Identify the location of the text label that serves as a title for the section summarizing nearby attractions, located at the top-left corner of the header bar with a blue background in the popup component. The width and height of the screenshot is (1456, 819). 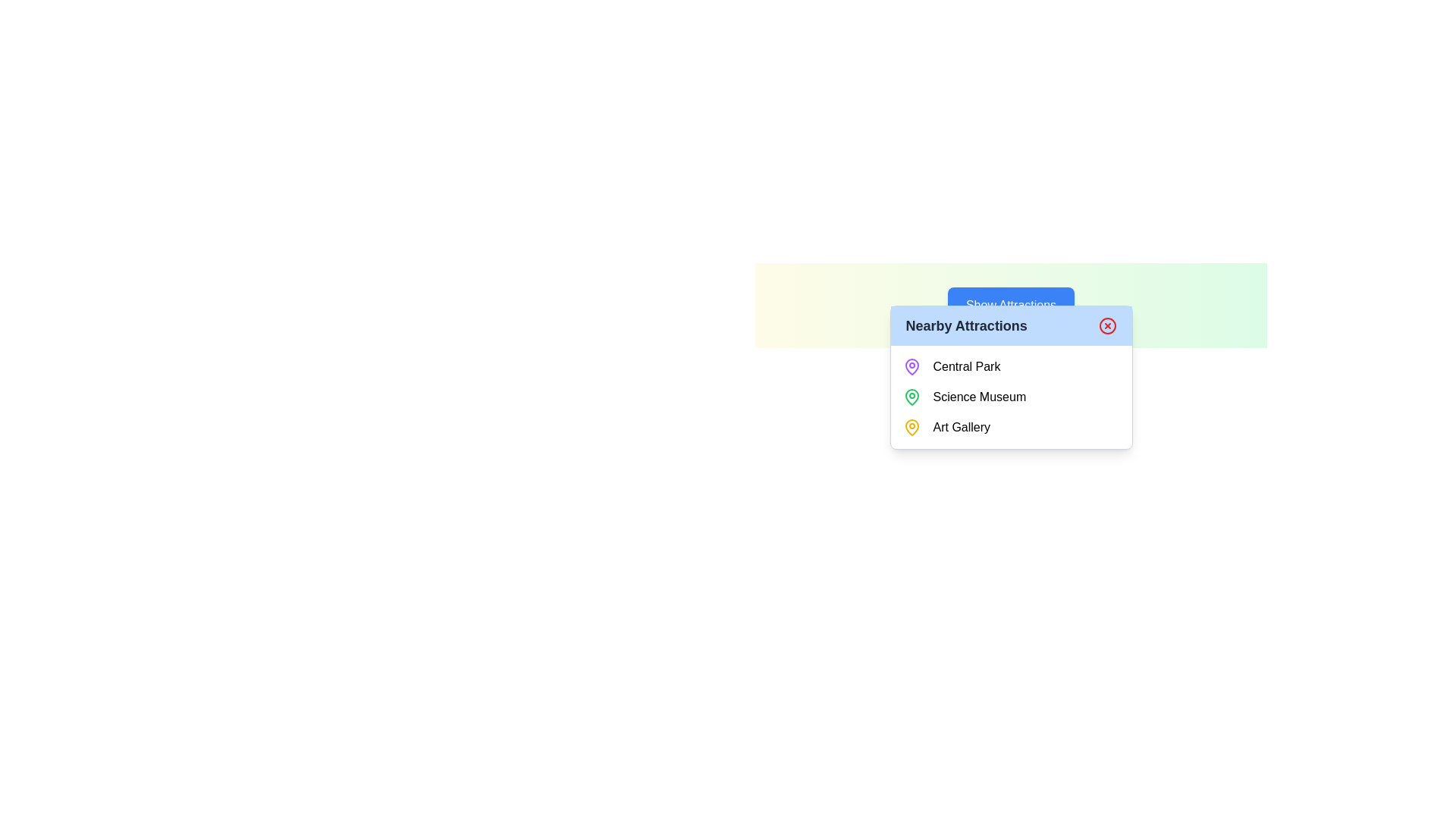
(965, 325).